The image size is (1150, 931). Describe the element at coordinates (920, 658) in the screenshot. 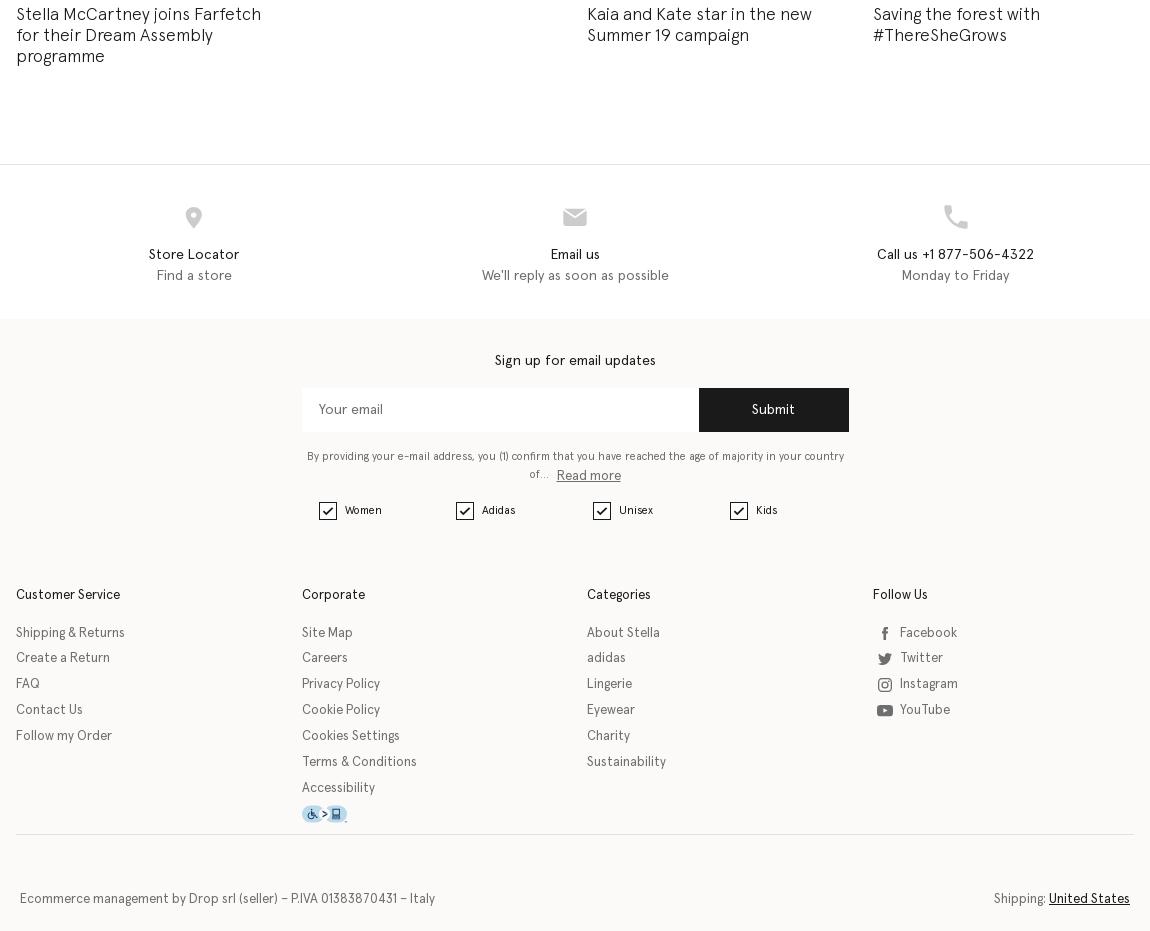

I see `'Twitter'` at that location.